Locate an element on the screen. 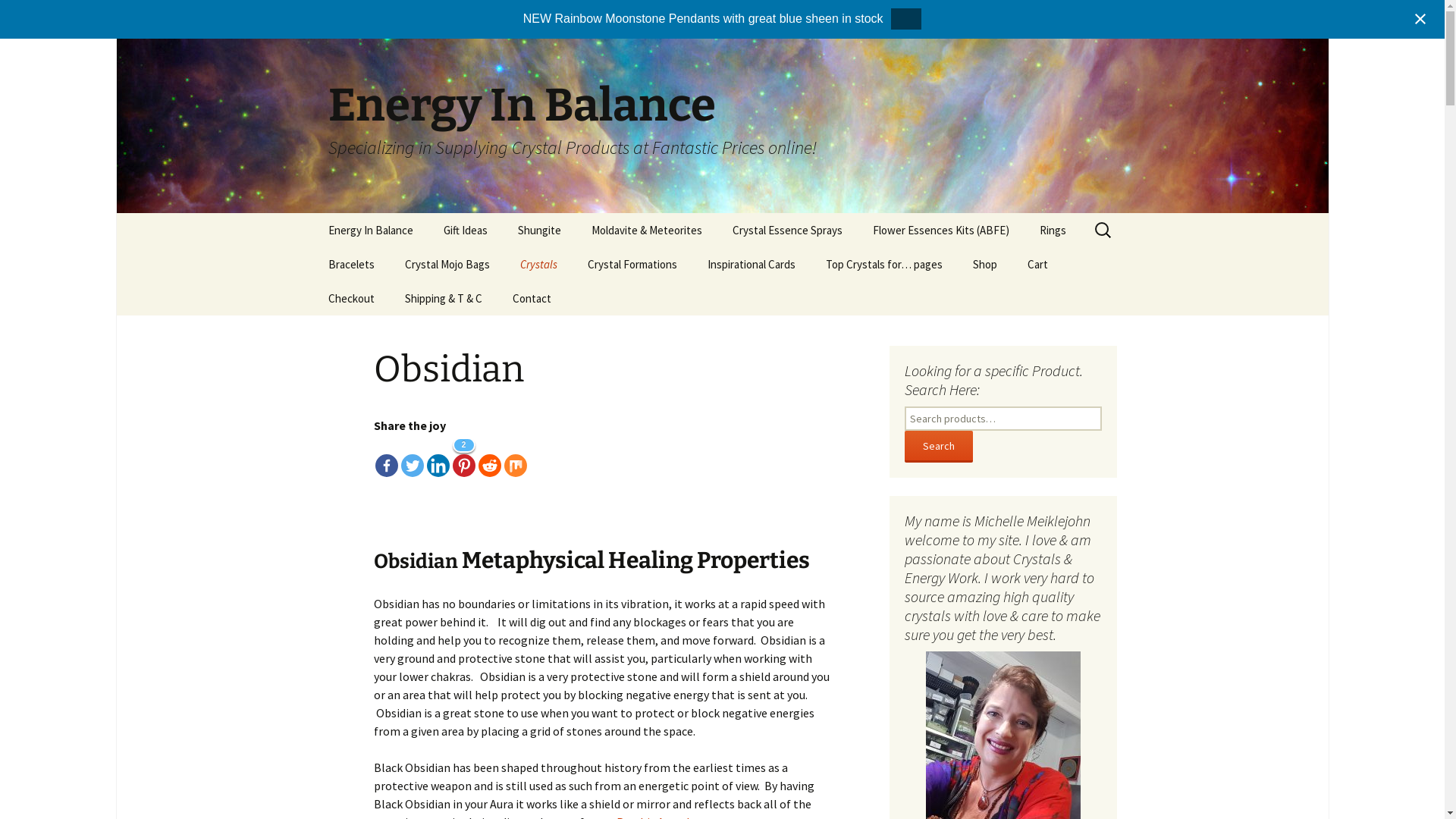 The image size is (1456, 819). 'Shungite' is located at coordinates (538, 230).